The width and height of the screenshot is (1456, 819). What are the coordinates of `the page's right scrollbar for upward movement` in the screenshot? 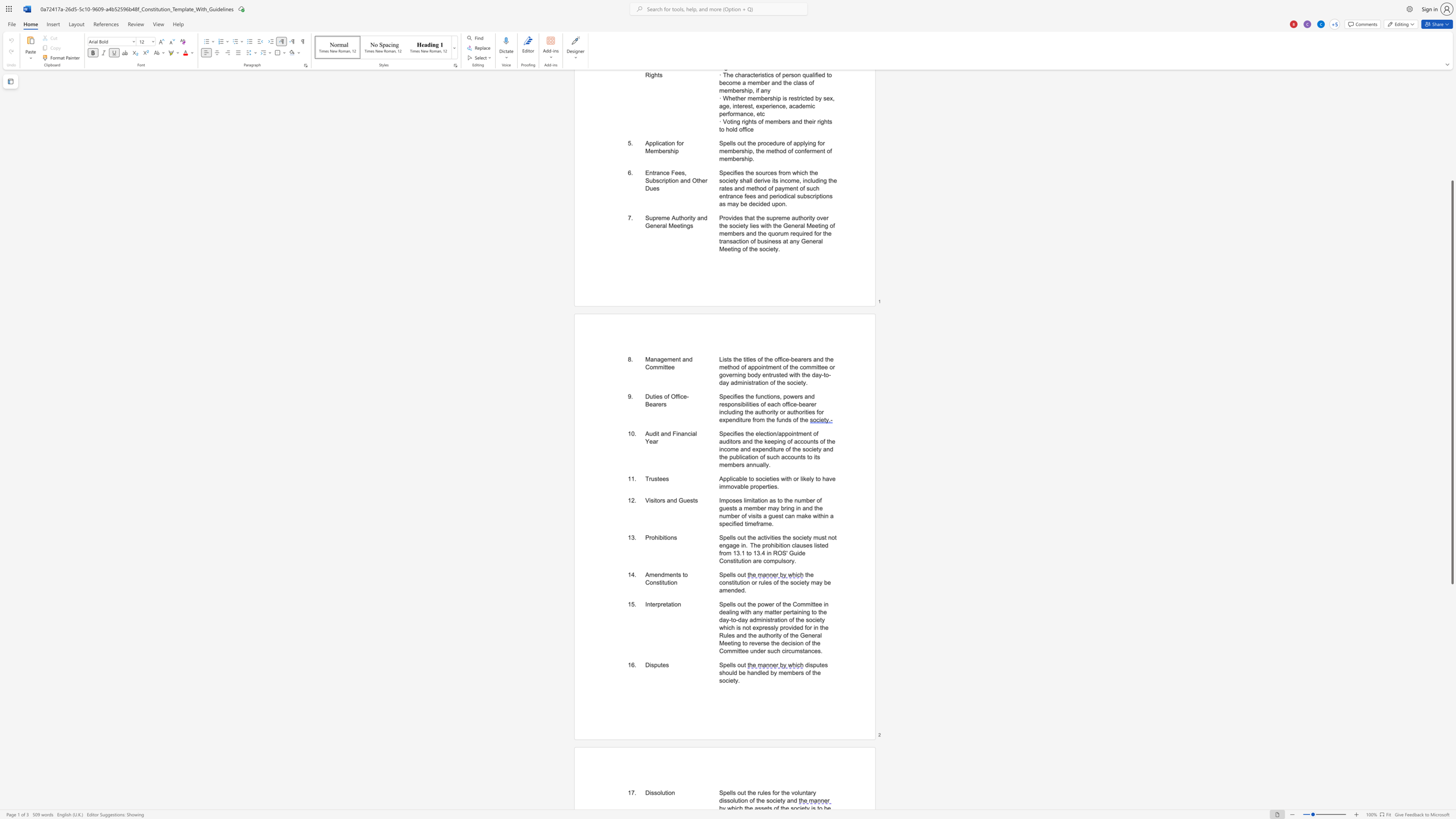 It's located at (1451, 158).